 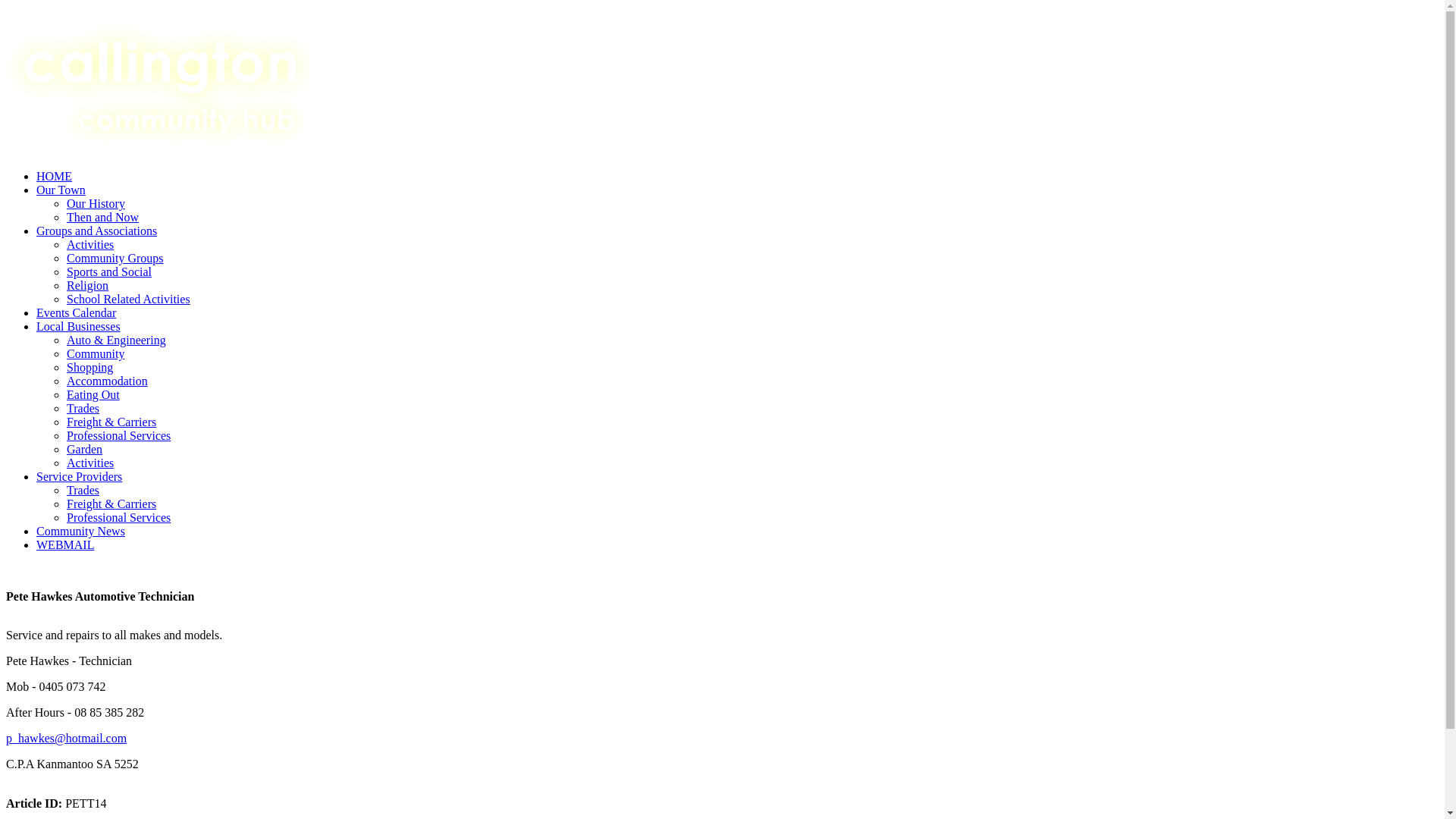 I want to click on 'Our History', so click(x=95, y=202).